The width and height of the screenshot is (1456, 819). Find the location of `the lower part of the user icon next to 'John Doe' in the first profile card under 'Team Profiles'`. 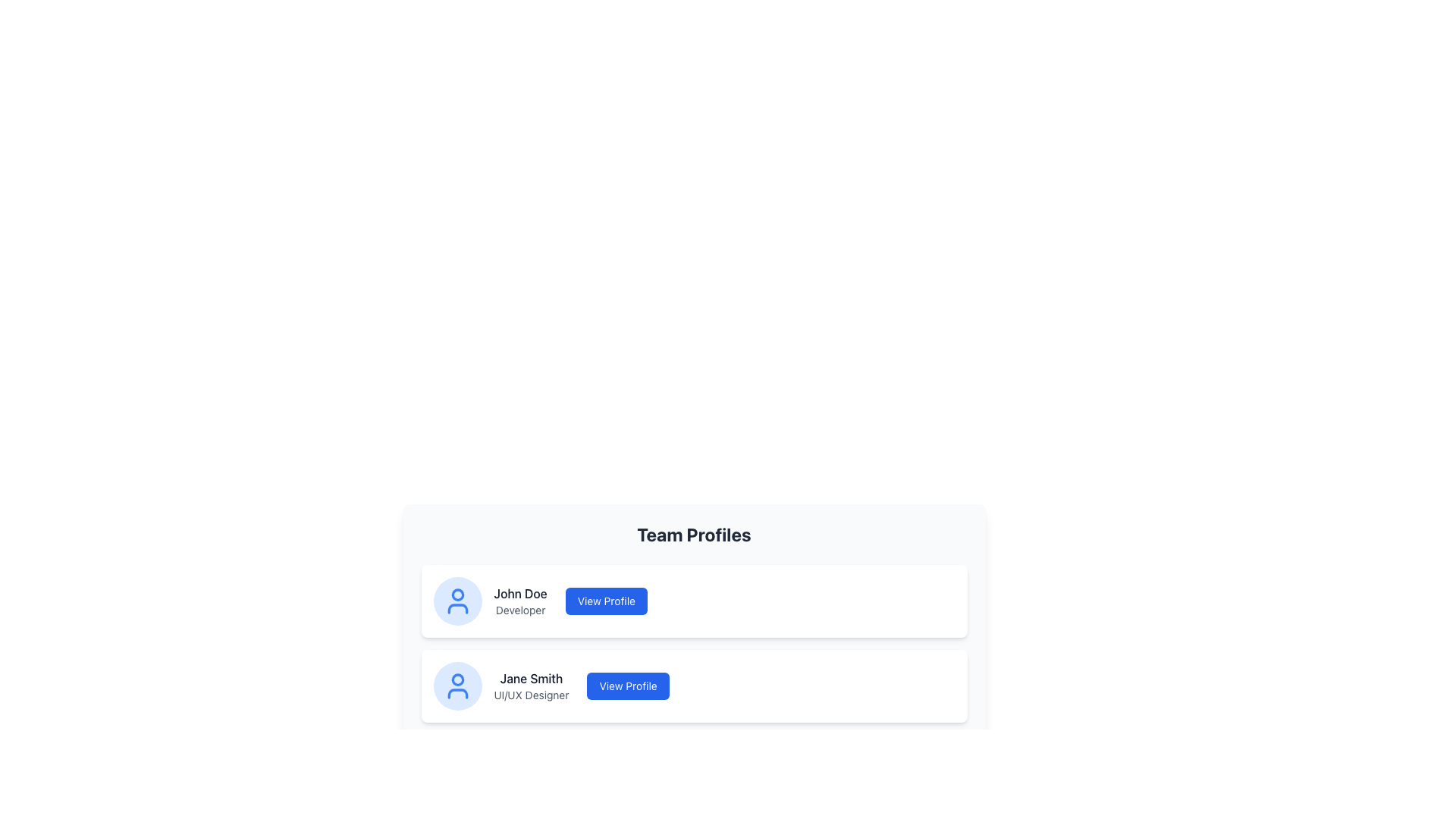

the lower part of the user icon next to 'John Doe' in the first profile card under 'Team Profiles' is located at coordinates (457, 607).